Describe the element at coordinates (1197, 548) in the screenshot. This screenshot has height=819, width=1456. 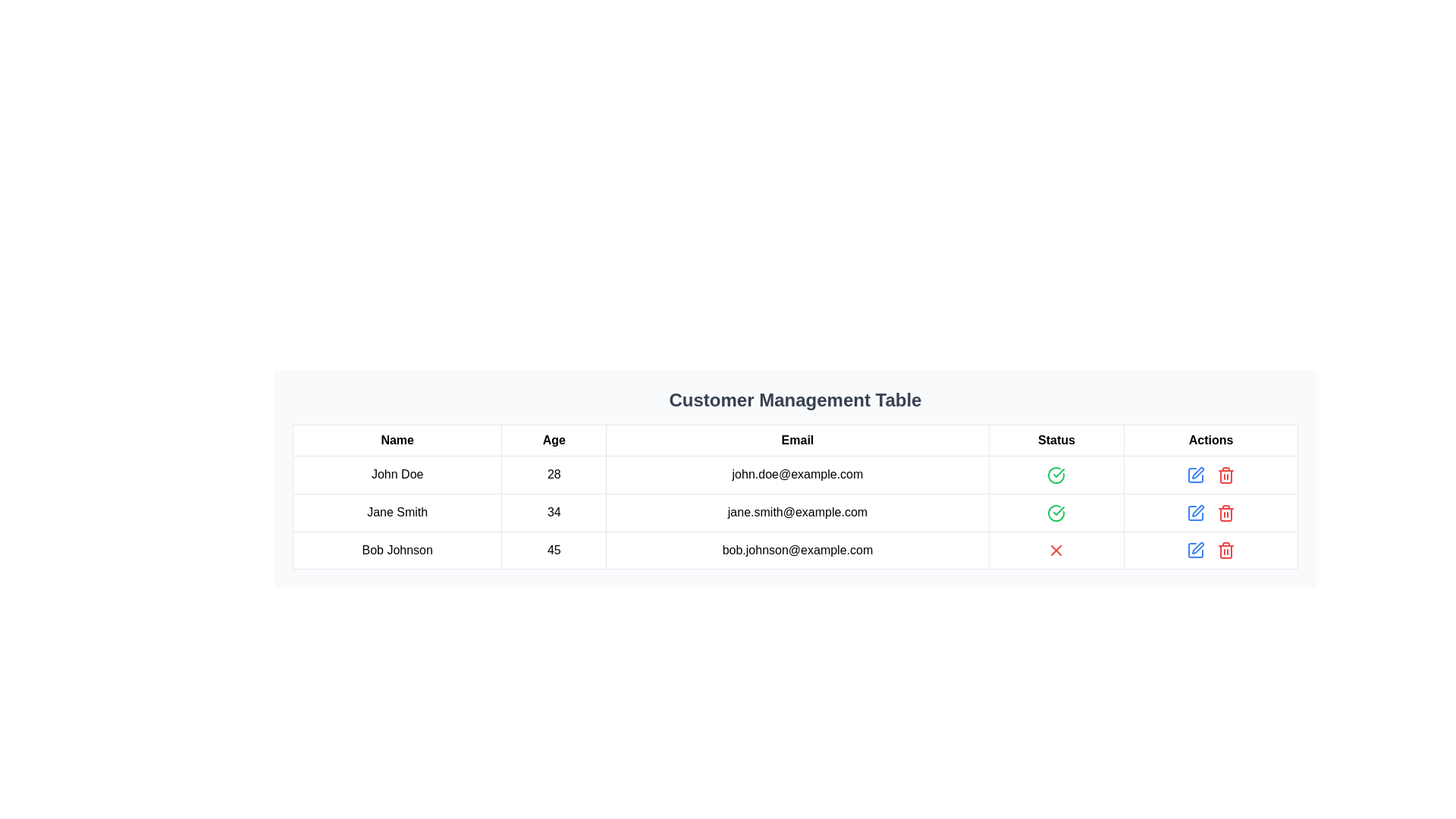
I see `the edit icon button, which resembles a pen and has a blue outline, located in the 'Actions' column of the last row of the customer management table` at that location.